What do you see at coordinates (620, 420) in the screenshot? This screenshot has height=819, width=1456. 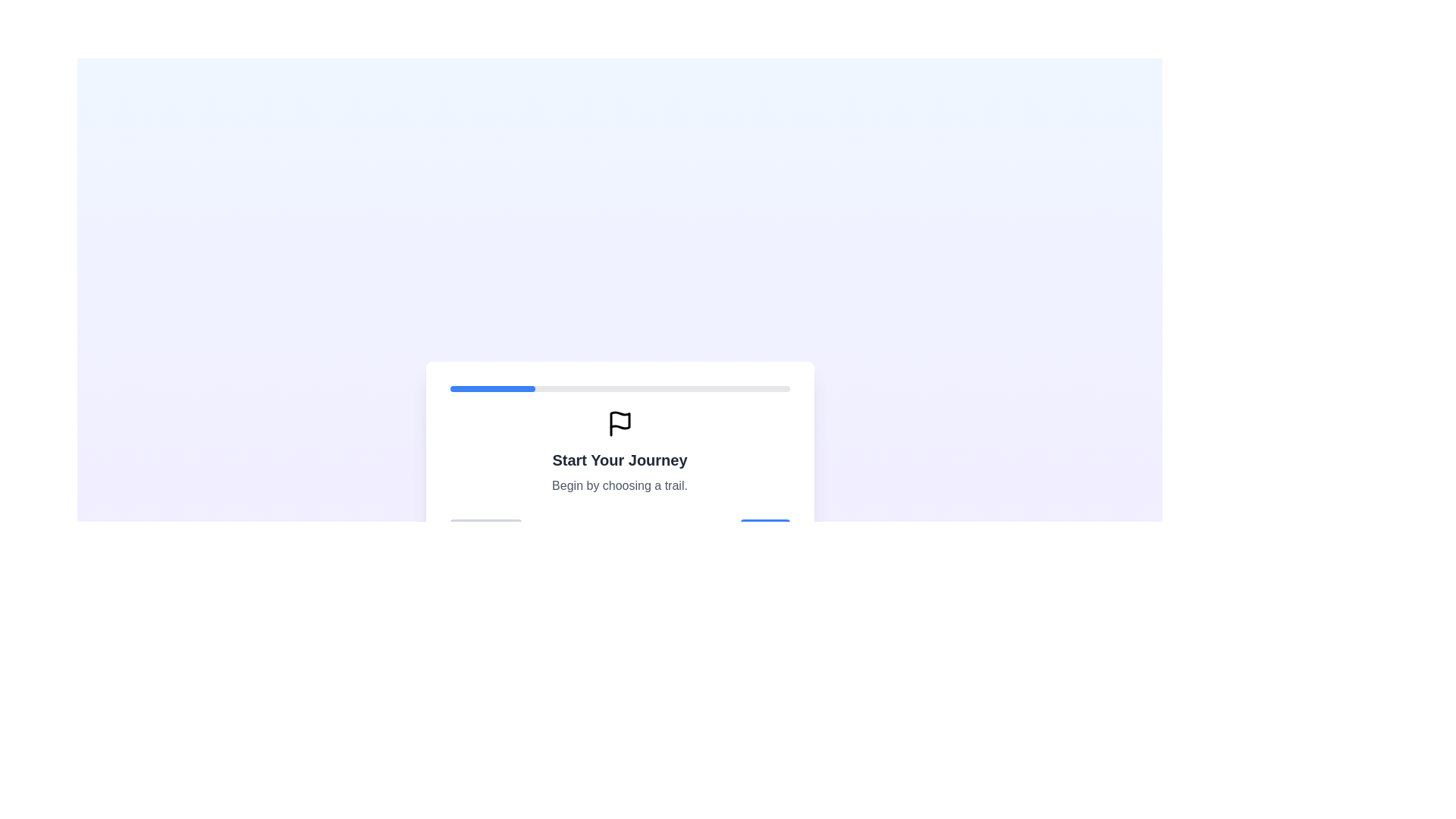 I see `the visual icon located just above the text 'Start Your Journey', which is centrally aligned with the text` at bounding box center [620, 420].